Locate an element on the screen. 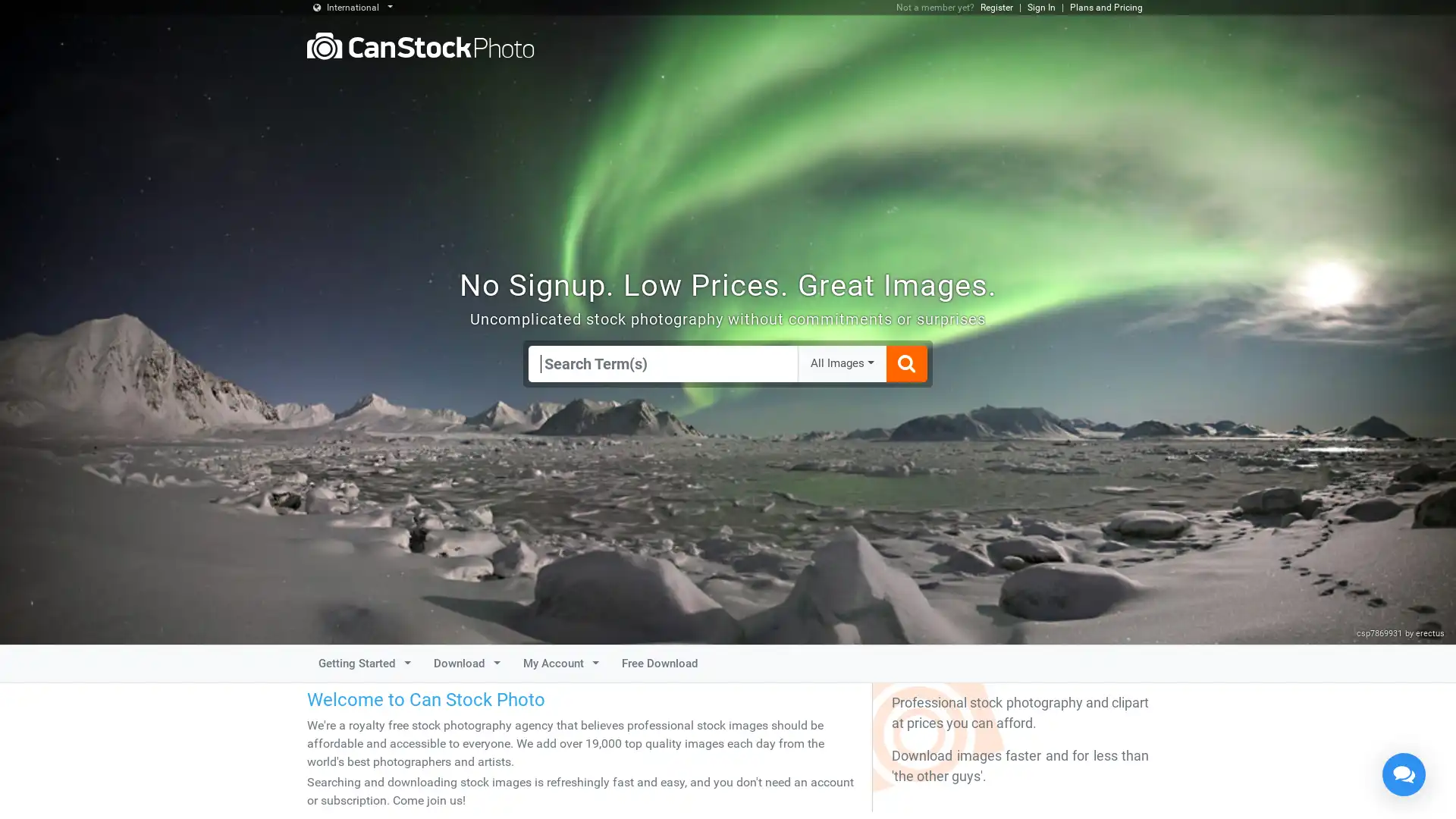 Image resolution: width=1456 pixels, height=819 pixels. My Account is located at coordinates (560, 663).